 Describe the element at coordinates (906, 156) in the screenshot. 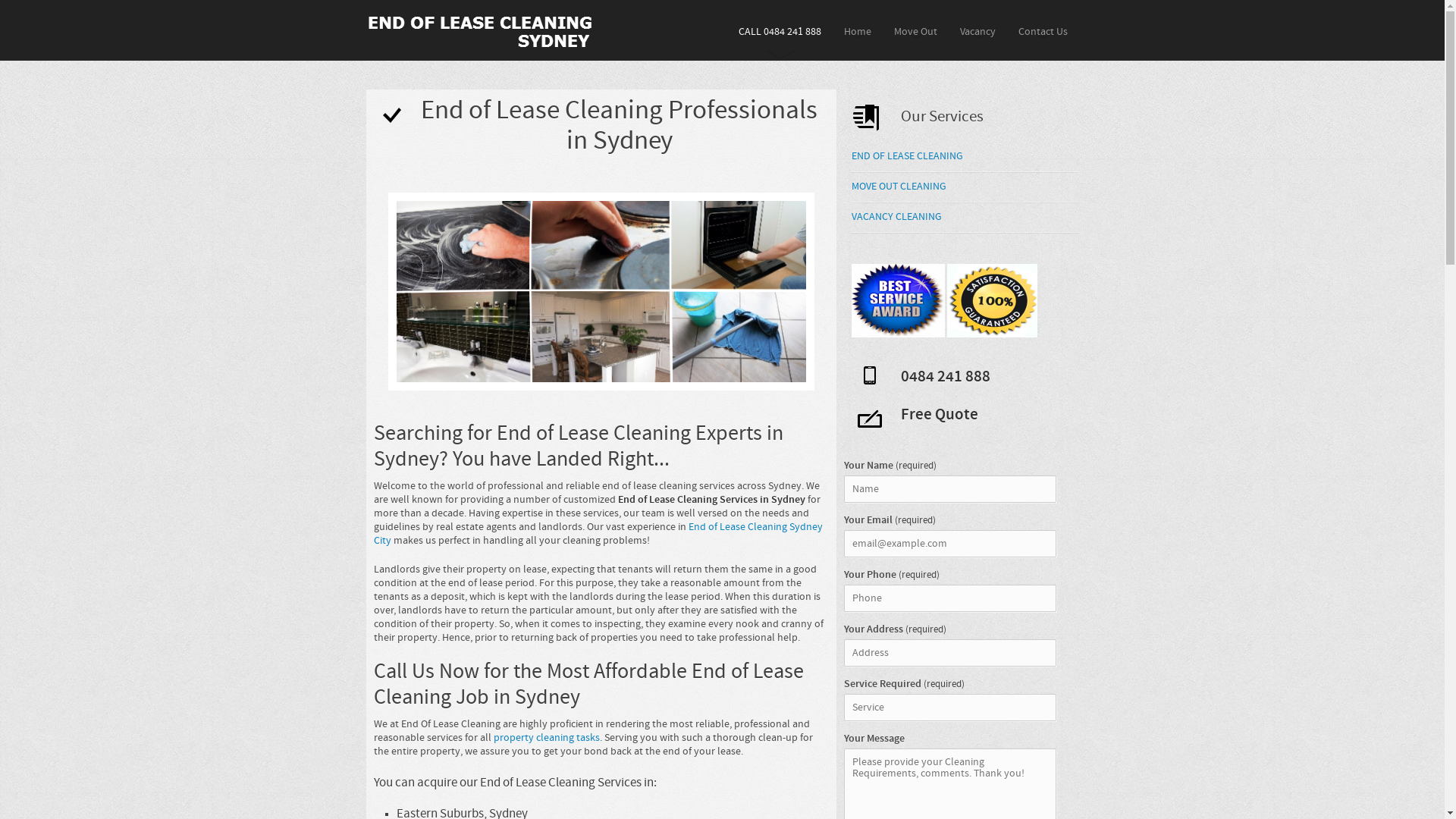

I see `'END OF LEASE CLEANING'` at that location.